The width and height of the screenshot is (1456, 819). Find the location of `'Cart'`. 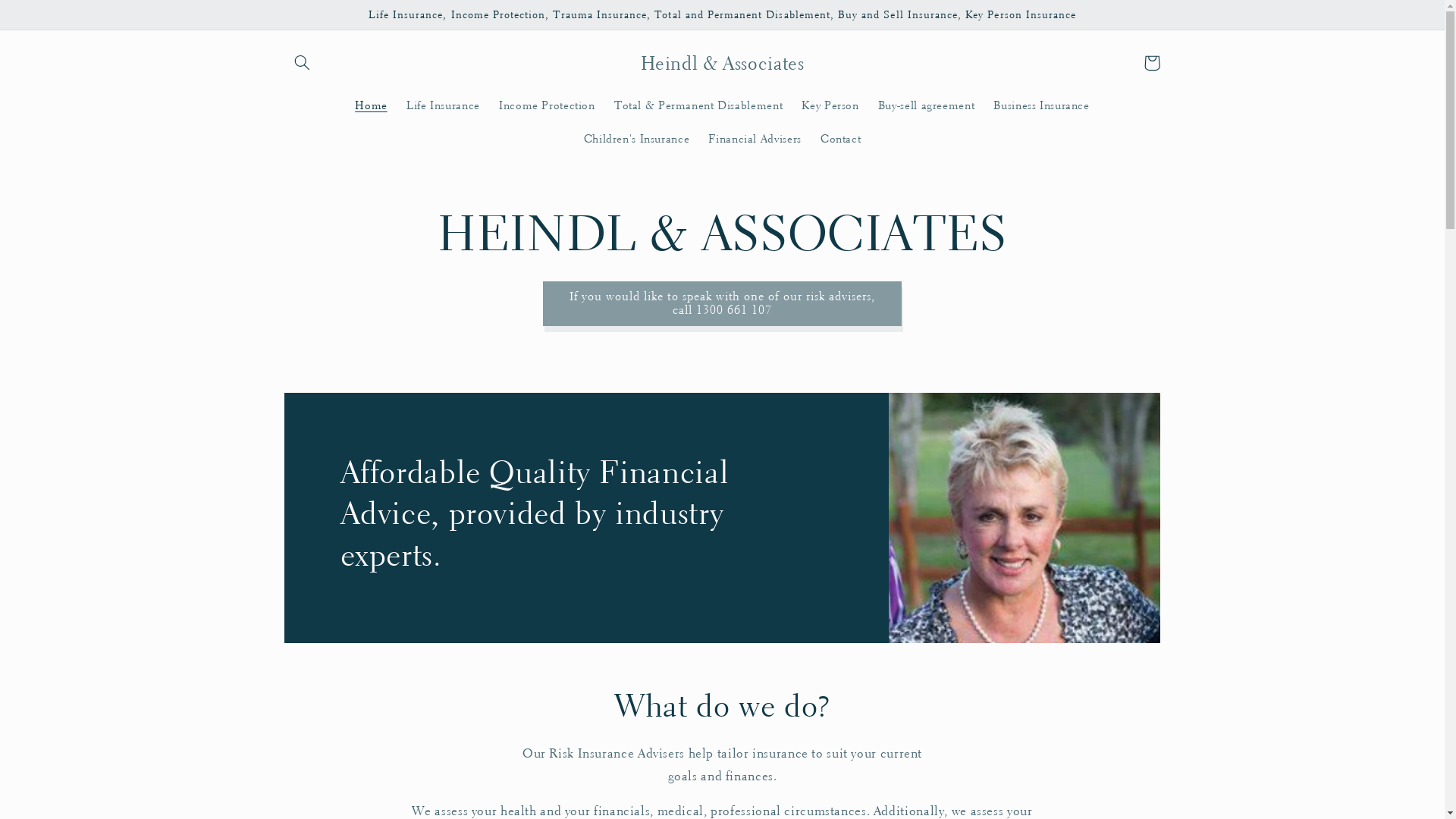

'Cart' is located at coordinates (1151, 62).